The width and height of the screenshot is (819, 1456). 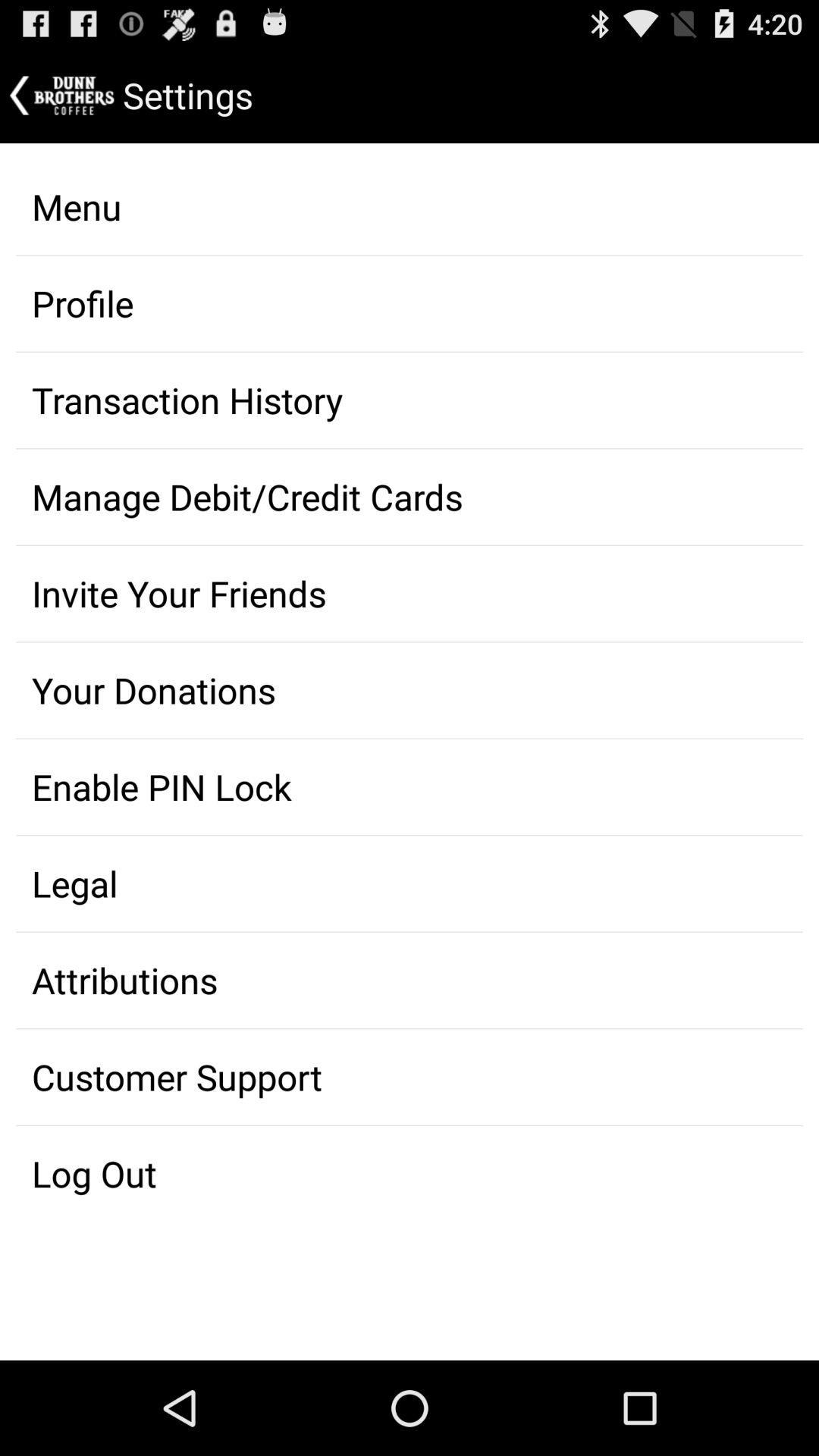 What do you see at coordinates (409, 592) in the screenshot?
I see `item above the your donations item` at bounding box center [409, 592].